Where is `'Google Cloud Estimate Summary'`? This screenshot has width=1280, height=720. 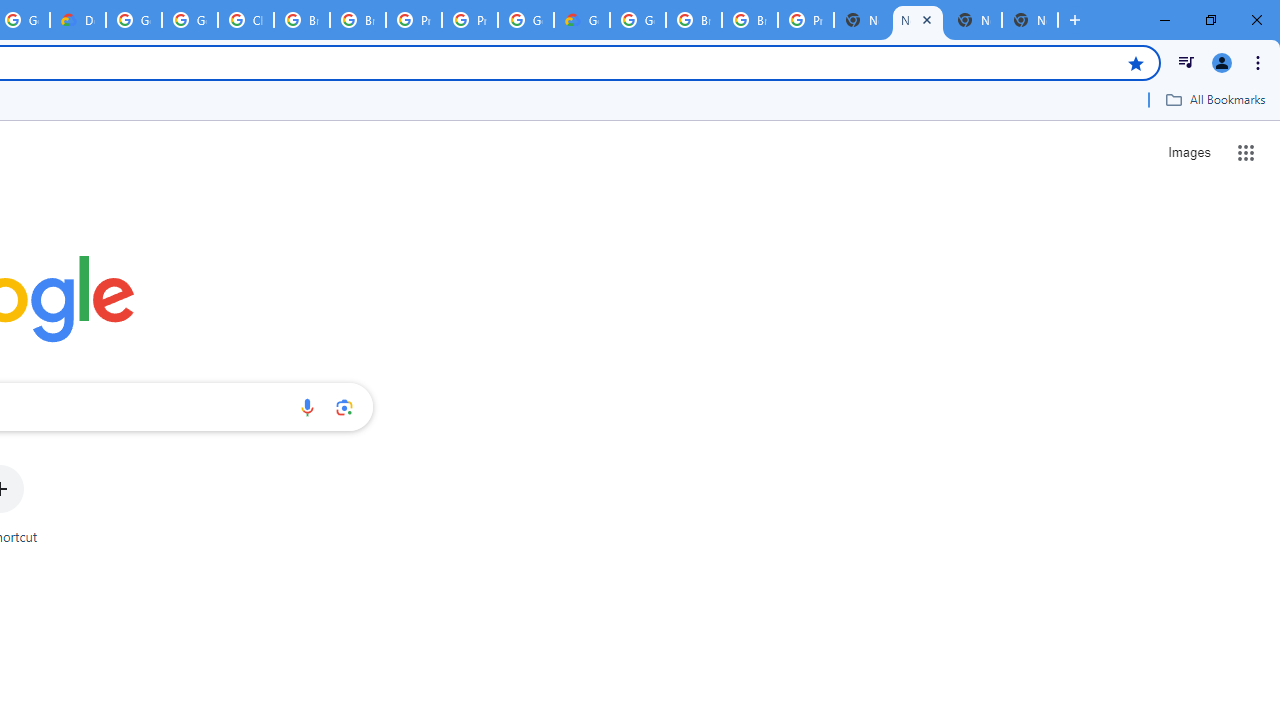 'Google Cloud Estimate Summary' is located at coordinates (581, 20).